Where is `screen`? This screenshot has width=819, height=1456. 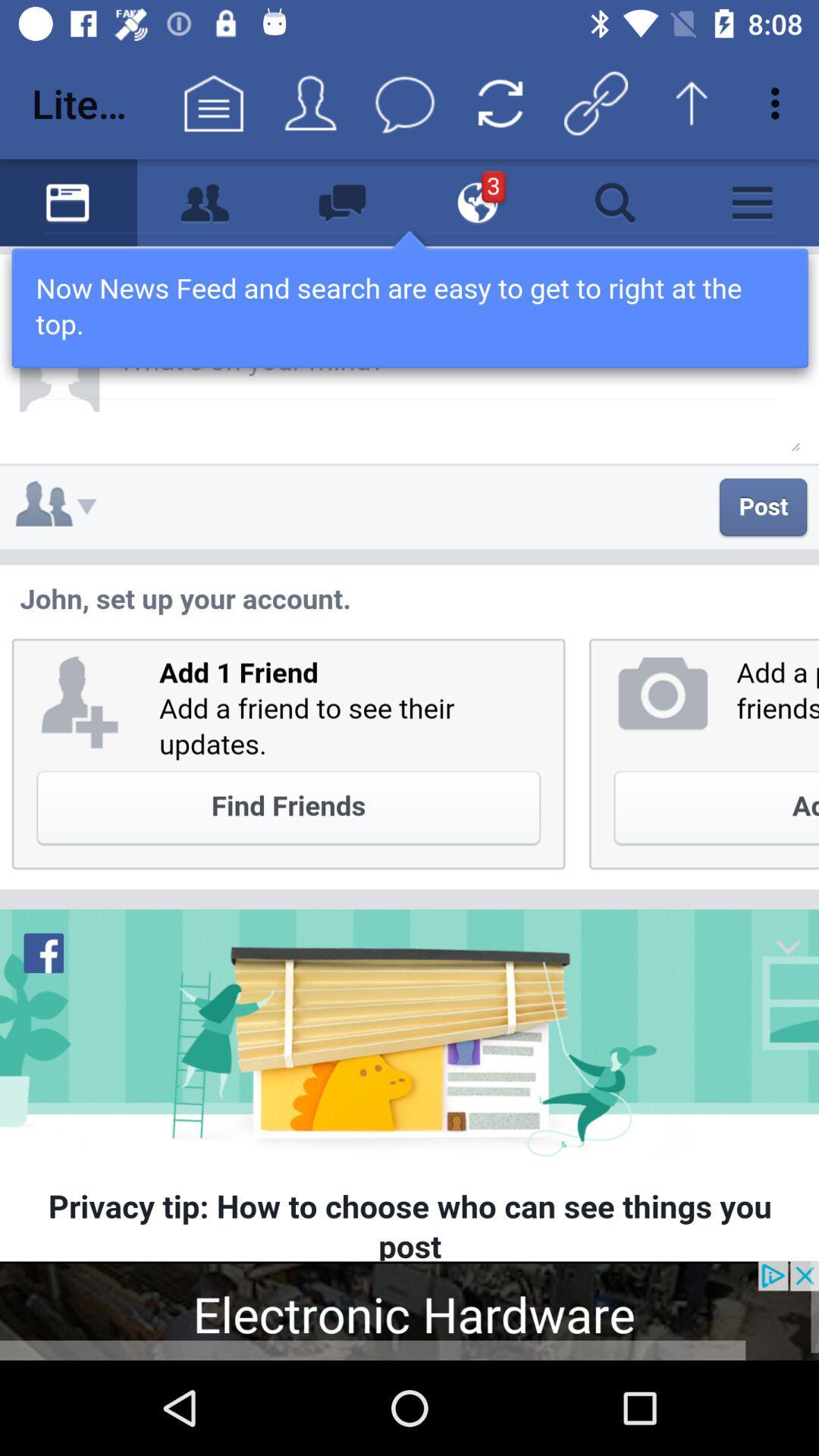
screen is located at coordinates (409, 709).